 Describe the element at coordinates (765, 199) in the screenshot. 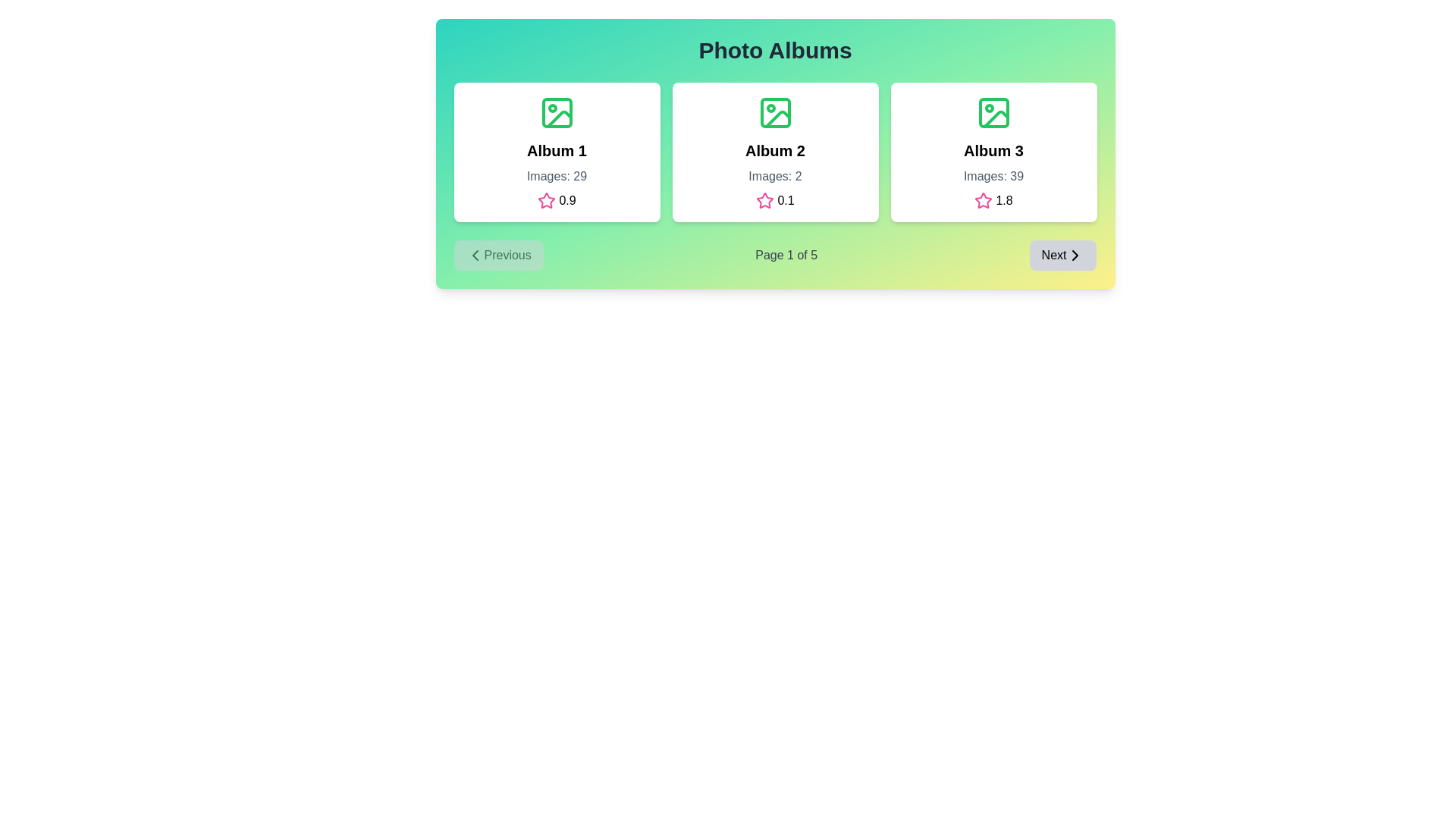

I see `the pink five-pointed star icon with a bold outline, located below the 'Album 2' section next to the rating value` at that location.